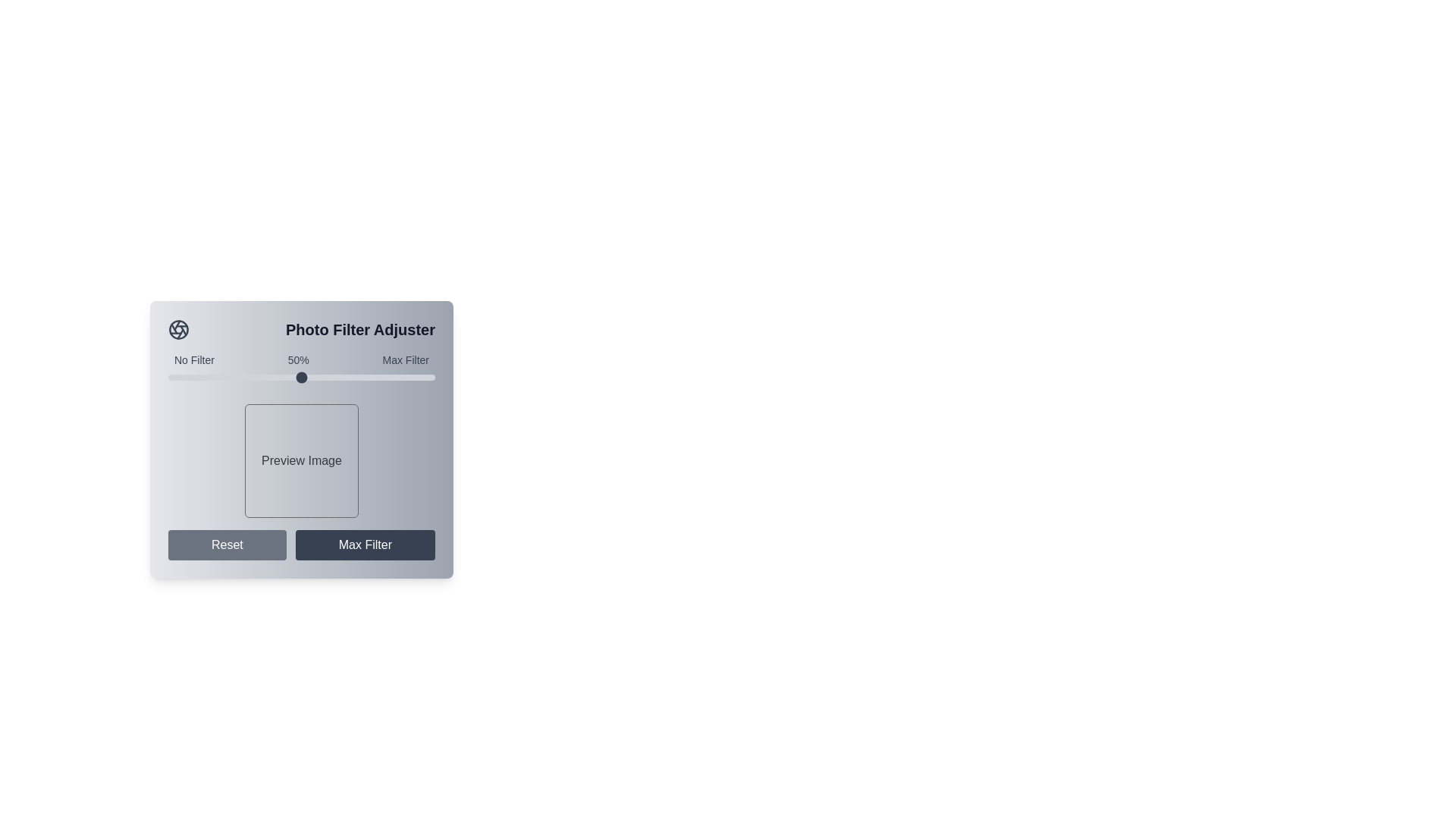 The image size is (1456, 819). Describe the element at coordinates (365, 544) in the screenshot. I see `the 'Max Filter' button, which is a rectangular button with a dark gray background and white text` at that location.